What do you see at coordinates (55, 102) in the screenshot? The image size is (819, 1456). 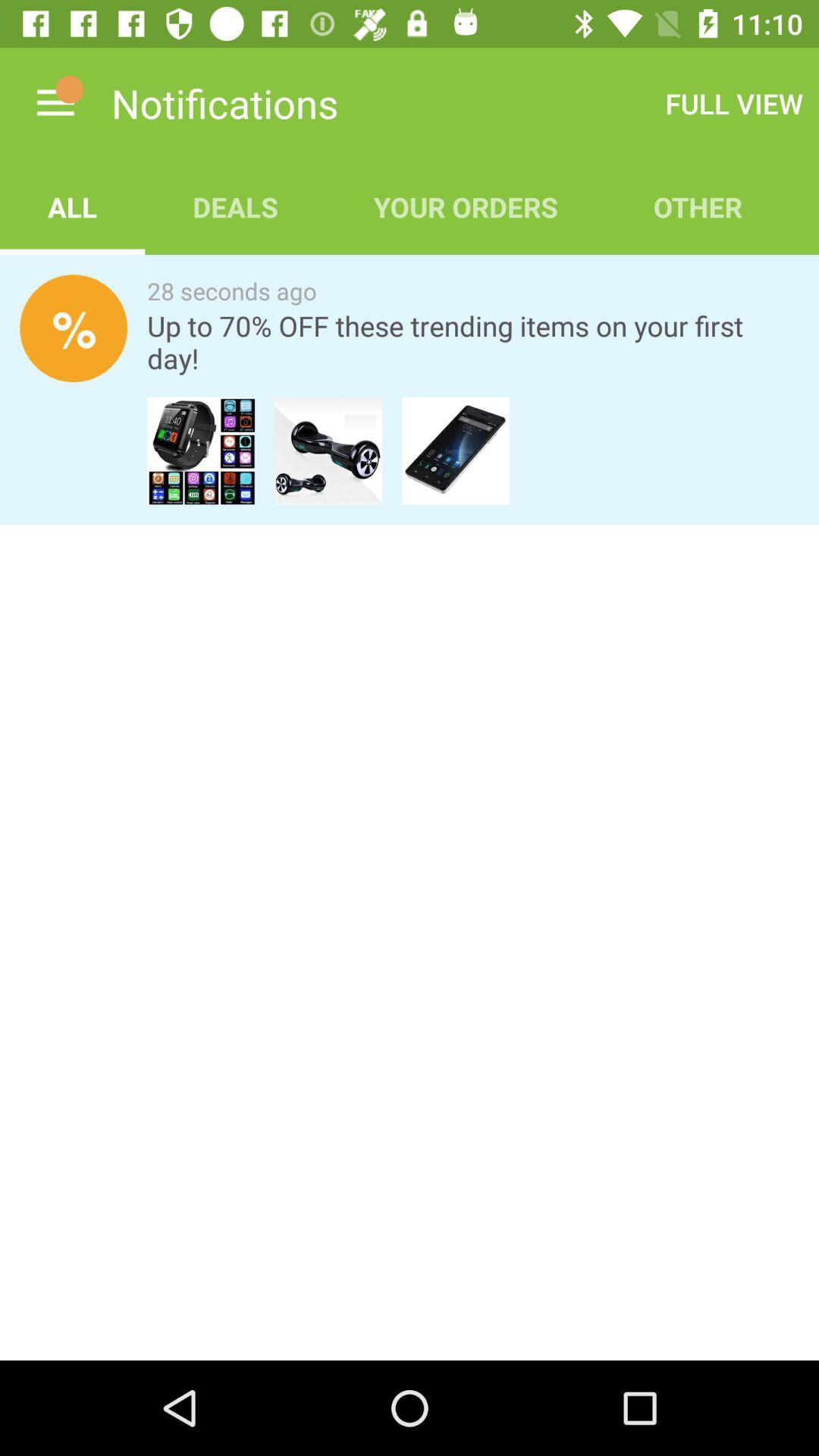 I see `icon next to notifications item` at bounding box center [55, 102].